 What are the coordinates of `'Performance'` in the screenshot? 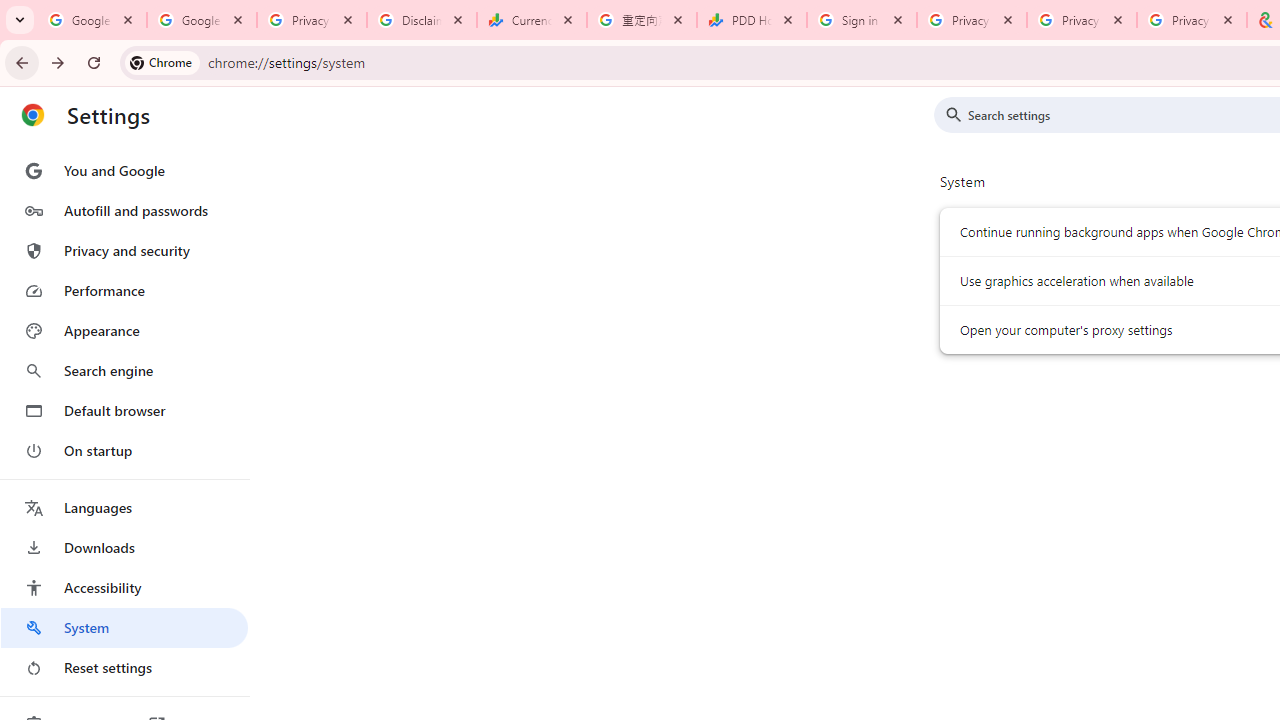 It's located at (123, 290).